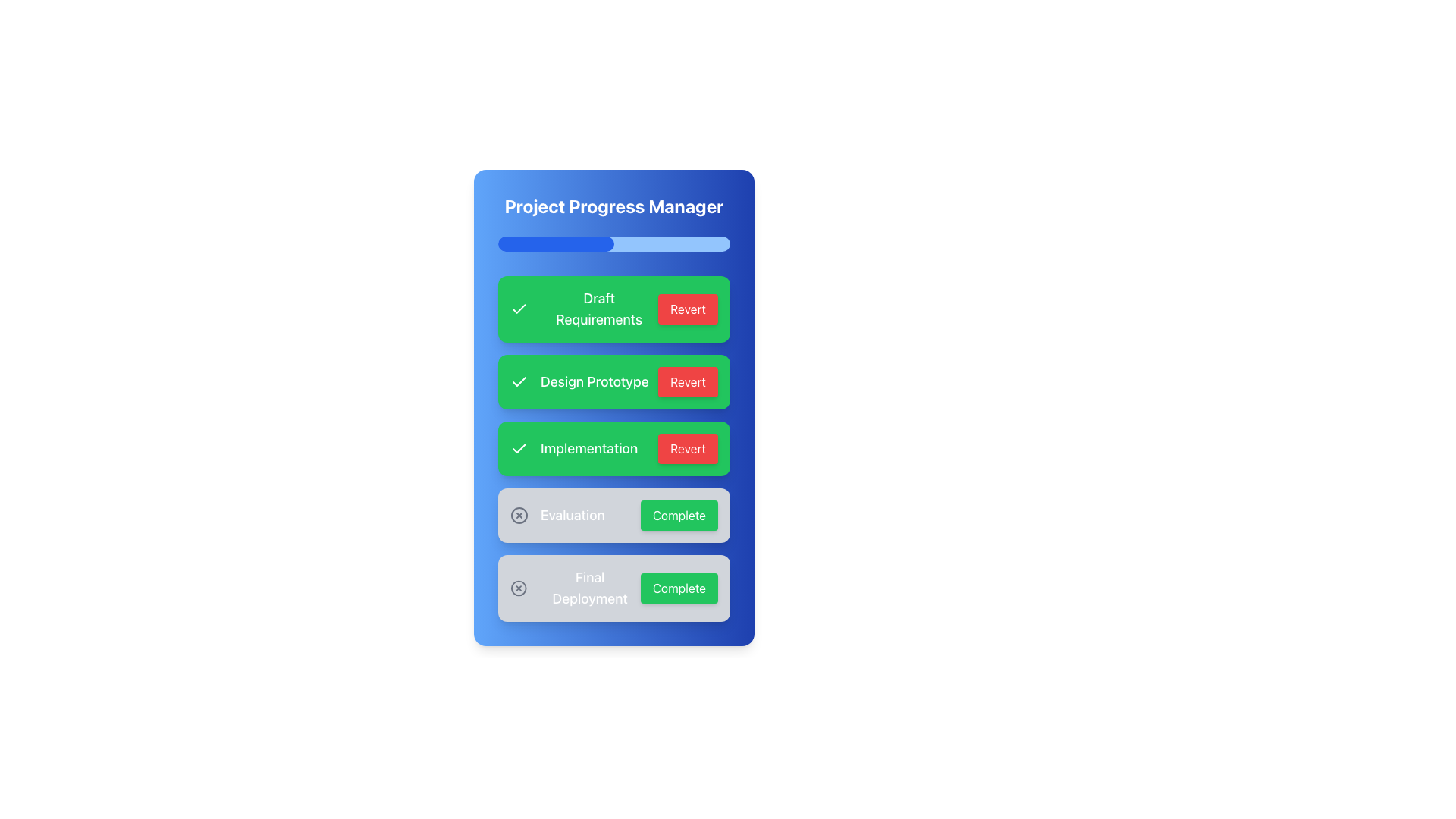 This screenshot has height=819, width=1456. Describe the element at coordinates (519, 380) in the screenshot. I see `the small green checkmark icon located in the second row of the task list, immediately to the left of the 'Design Prototype' text label` at that location.